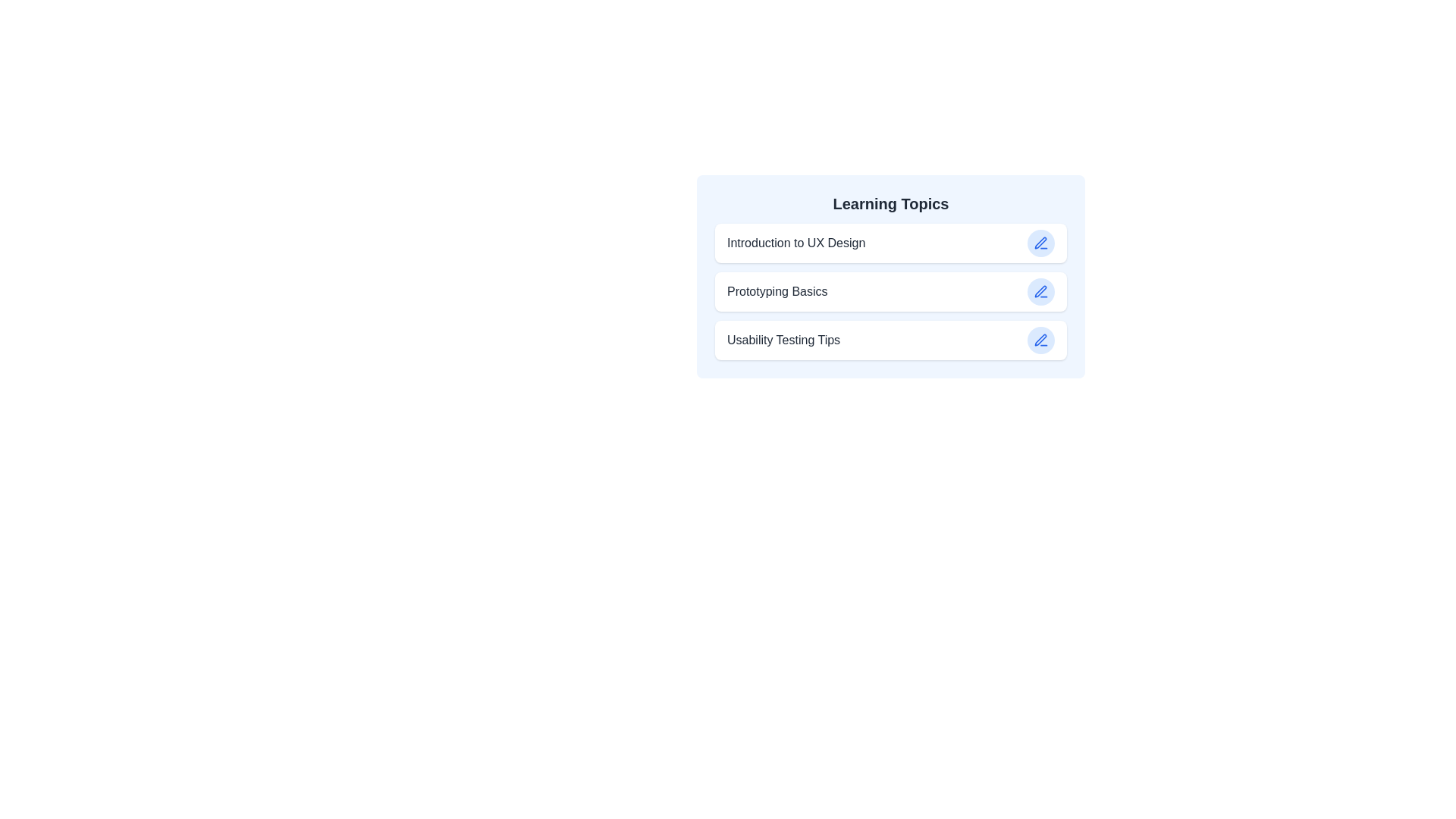  I want to click on the title of the item Introduction to UX Design, so click(795, 242).